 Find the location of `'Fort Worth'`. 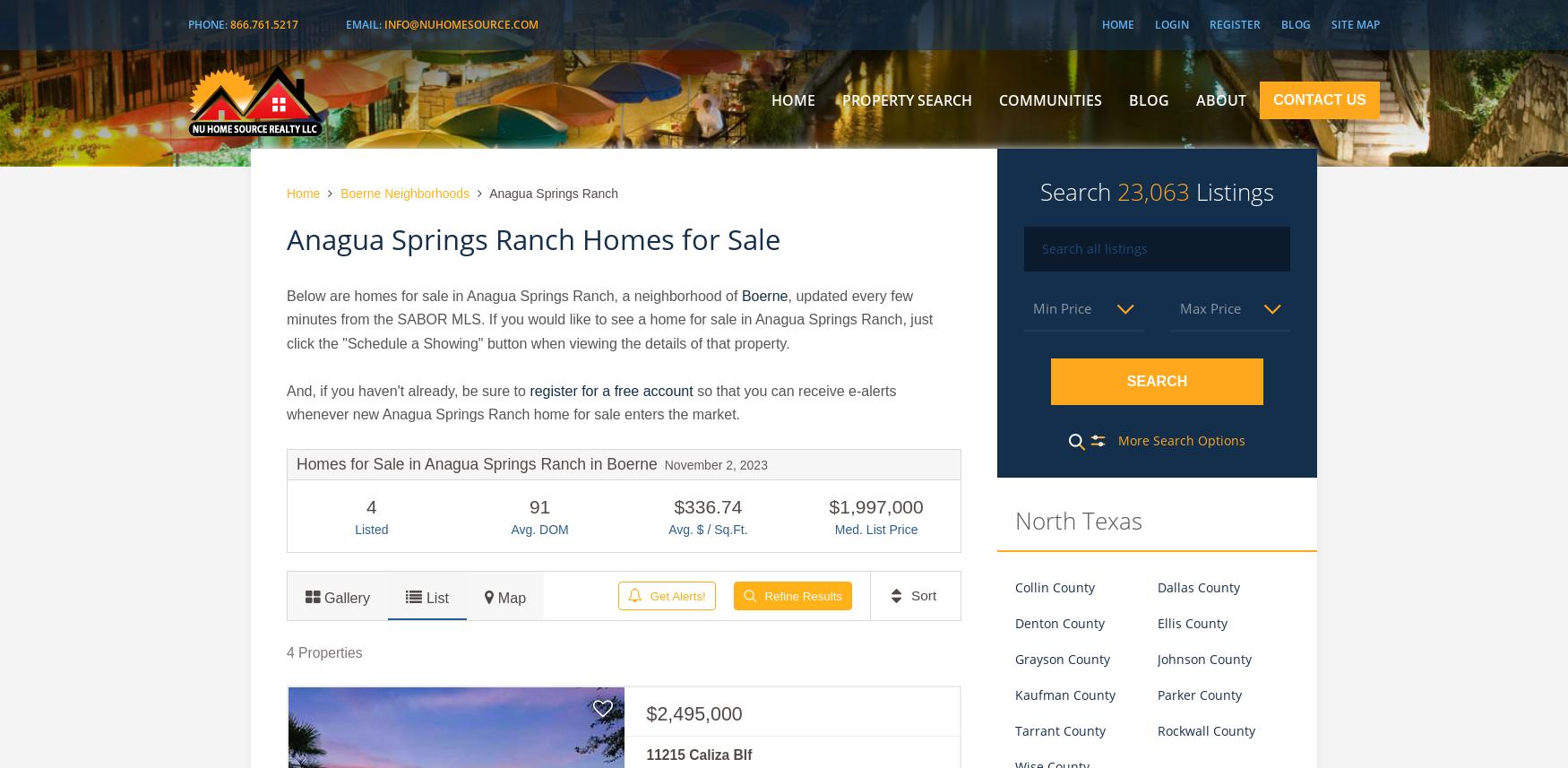

'Fort Worth' is located at coordinates (1043, 173).